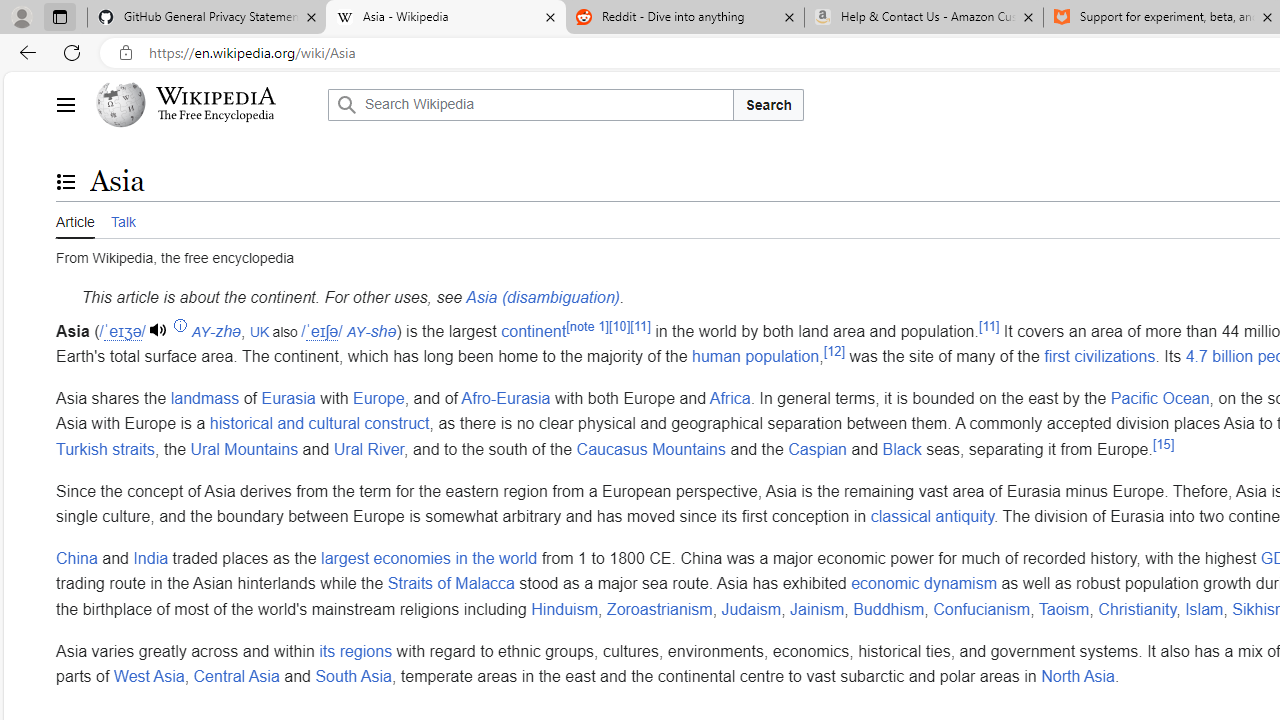 This screenshot has height=720, width=1280. I want to click on 'Straits of Malacca', so click(449, 584).